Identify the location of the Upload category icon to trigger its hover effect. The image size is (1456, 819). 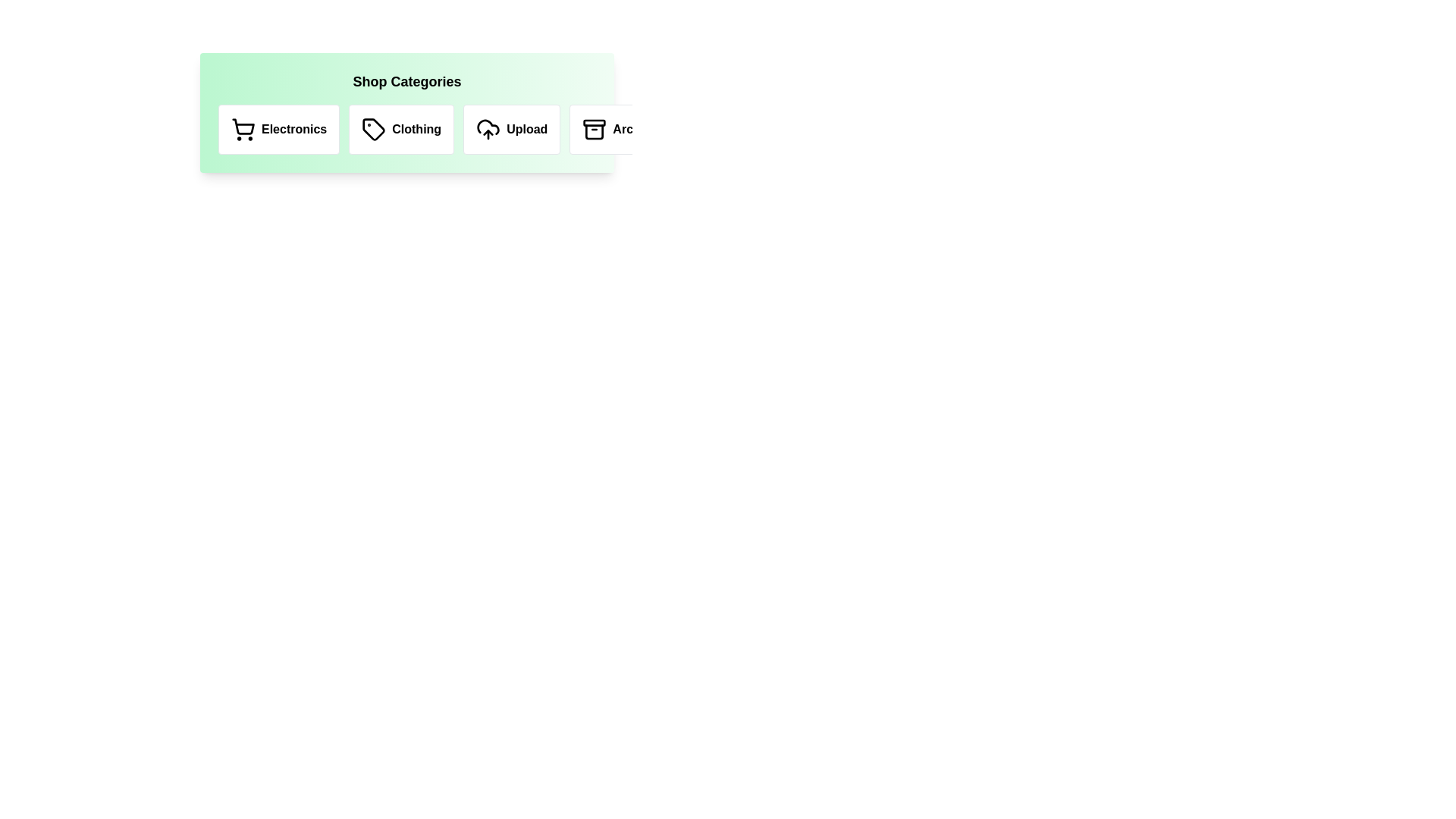
(512, 128).